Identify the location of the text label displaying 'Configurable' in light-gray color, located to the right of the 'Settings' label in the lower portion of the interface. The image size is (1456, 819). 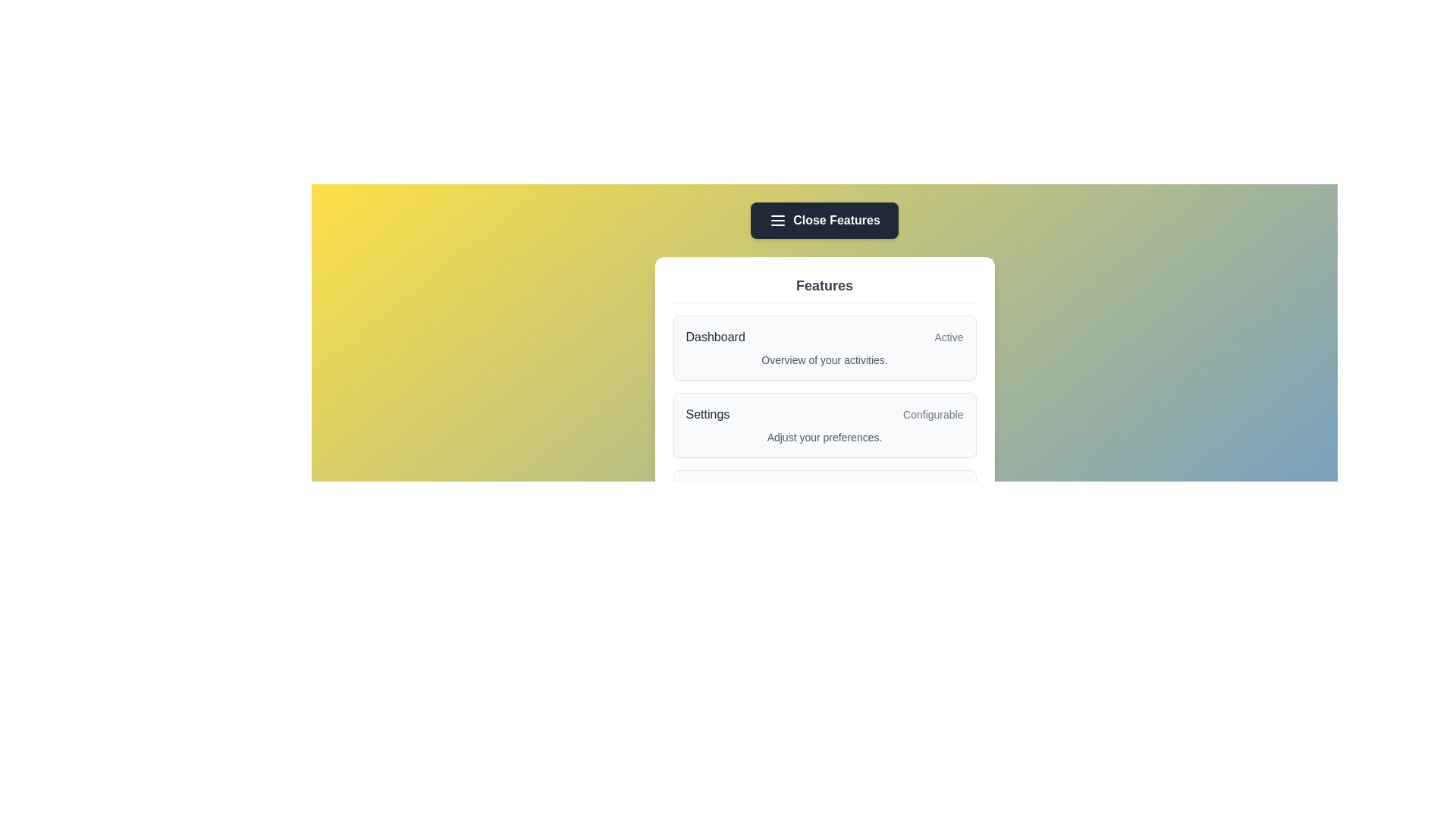
(932, 415).